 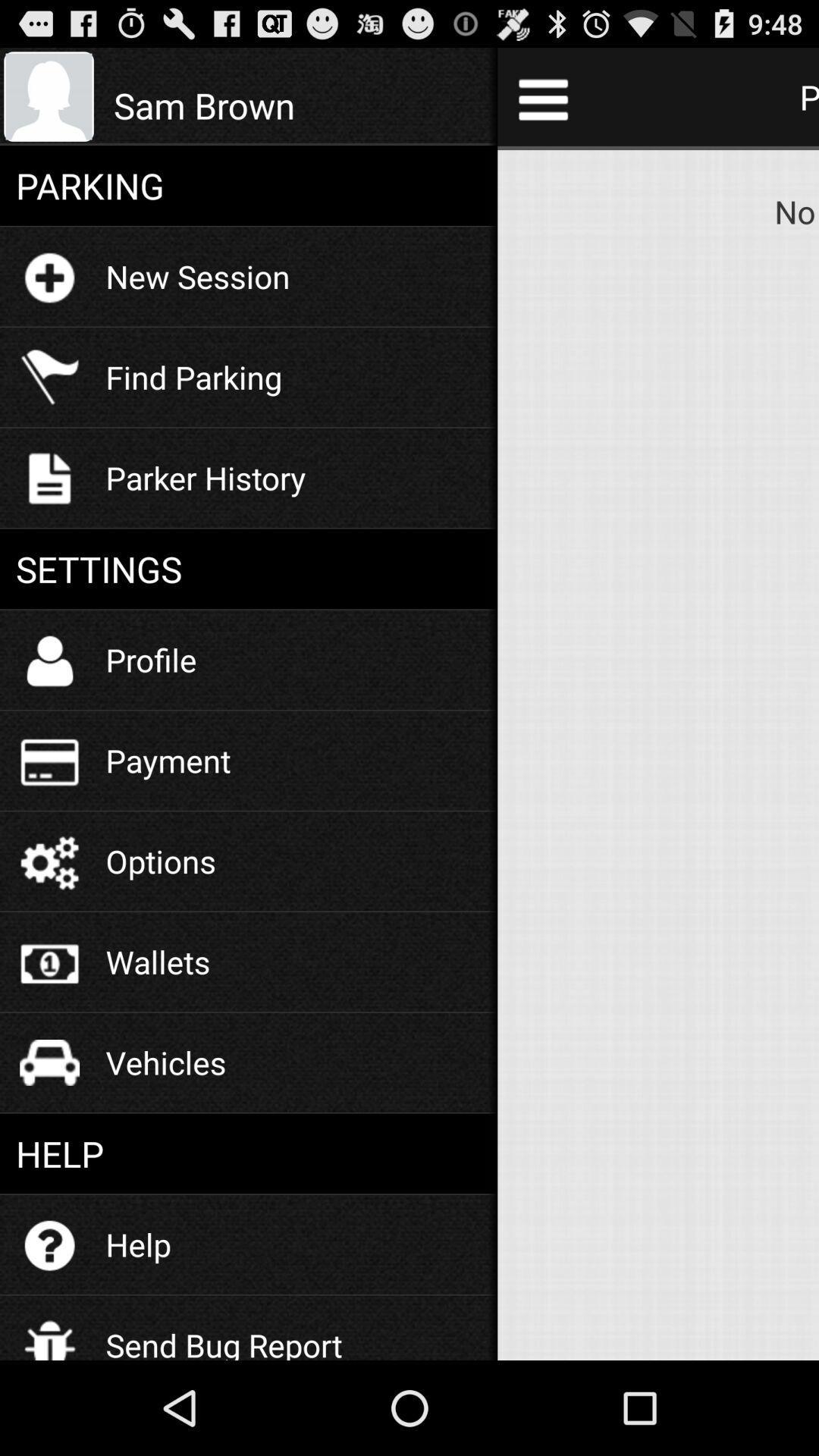 What do you see at coordinates (161, 861) in the screenshot?
I see `options icon` at bounding box center [161, 861].